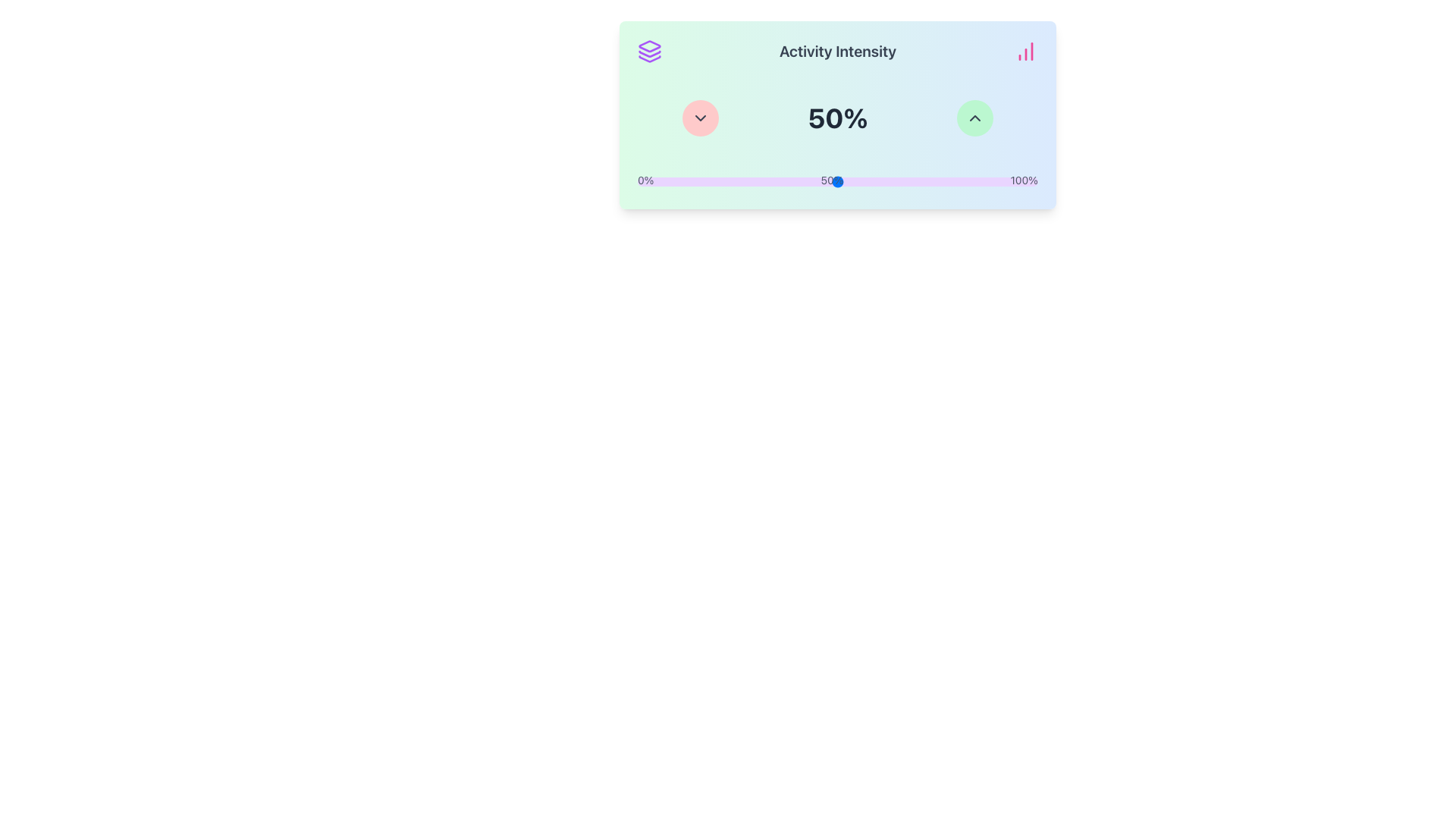  I want to click on the Text Label displaying '0%' which indicates the starting value of a slider widget, located on the leftmost side of the slider, so click(645, 180).